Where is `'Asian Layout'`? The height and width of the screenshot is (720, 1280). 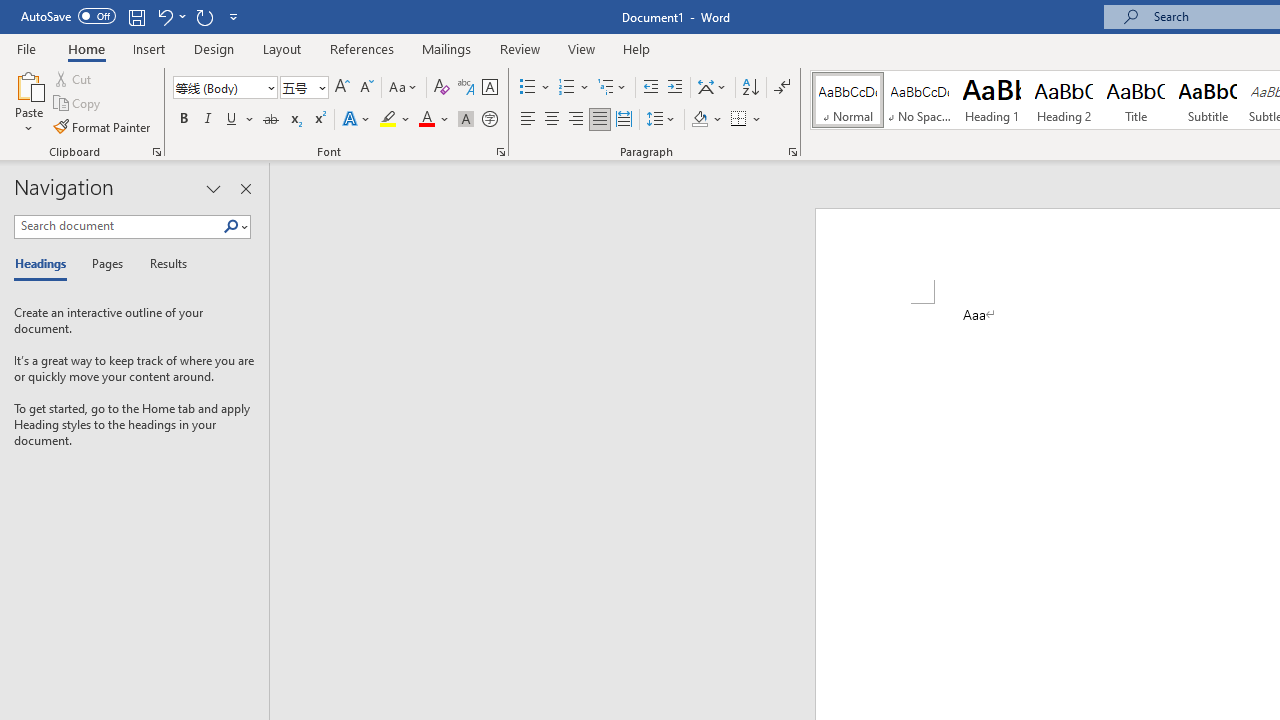 'Asian Layout' is located at coordinates (712, 86).